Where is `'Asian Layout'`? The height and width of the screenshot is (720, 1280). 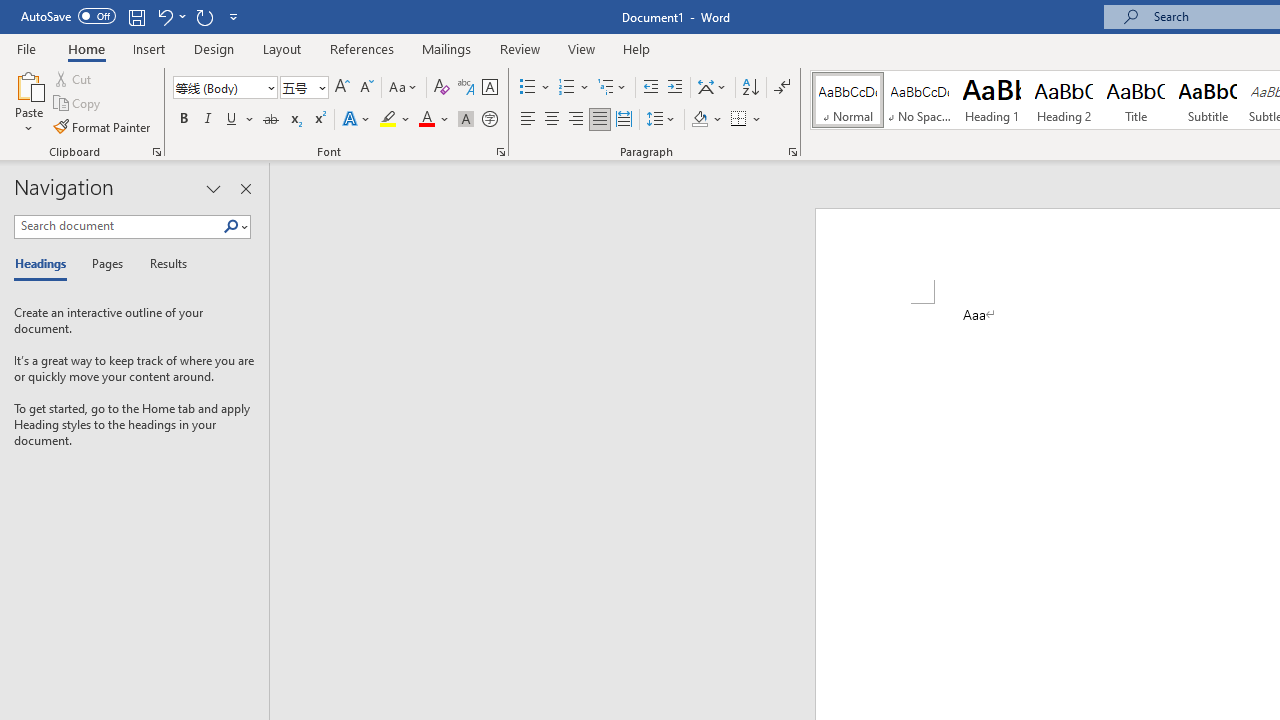 'Asian Layout' is located at coordinates (712, 86).